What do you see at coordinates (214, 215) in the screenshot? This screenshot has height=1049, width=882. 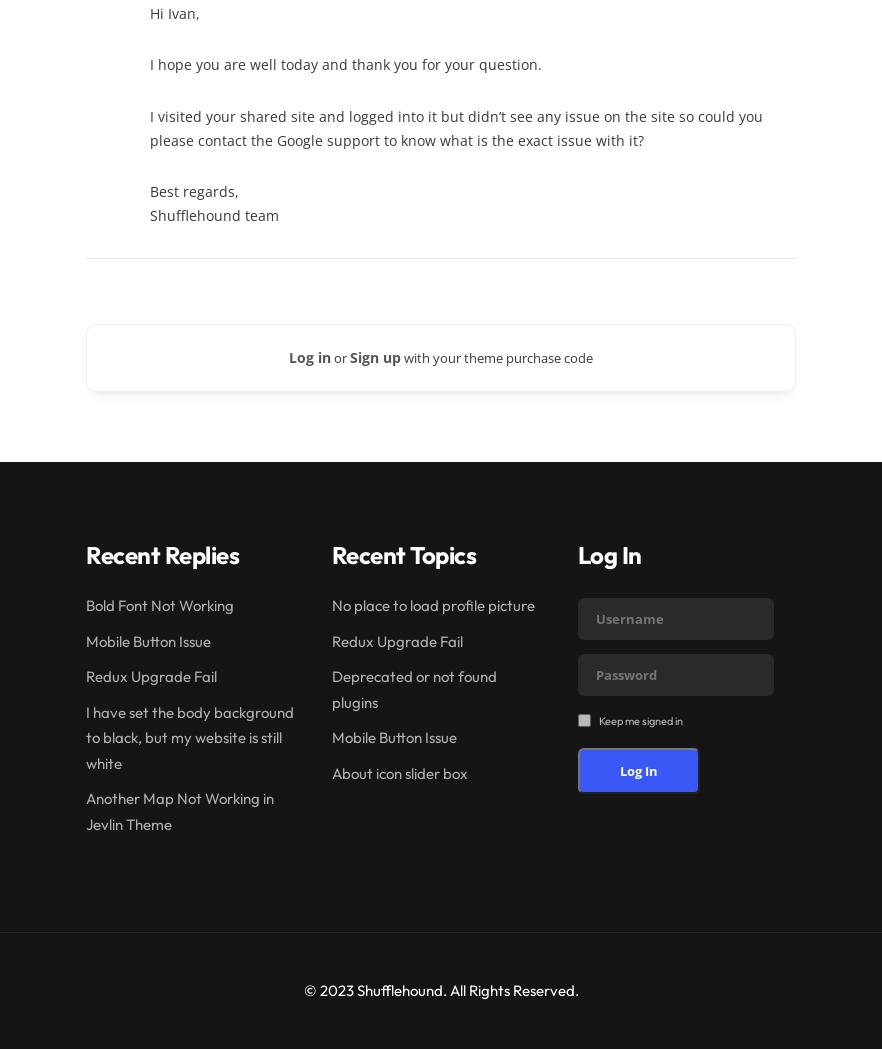 I see `'Shufflehound team'` at bounding box center [214, 215].